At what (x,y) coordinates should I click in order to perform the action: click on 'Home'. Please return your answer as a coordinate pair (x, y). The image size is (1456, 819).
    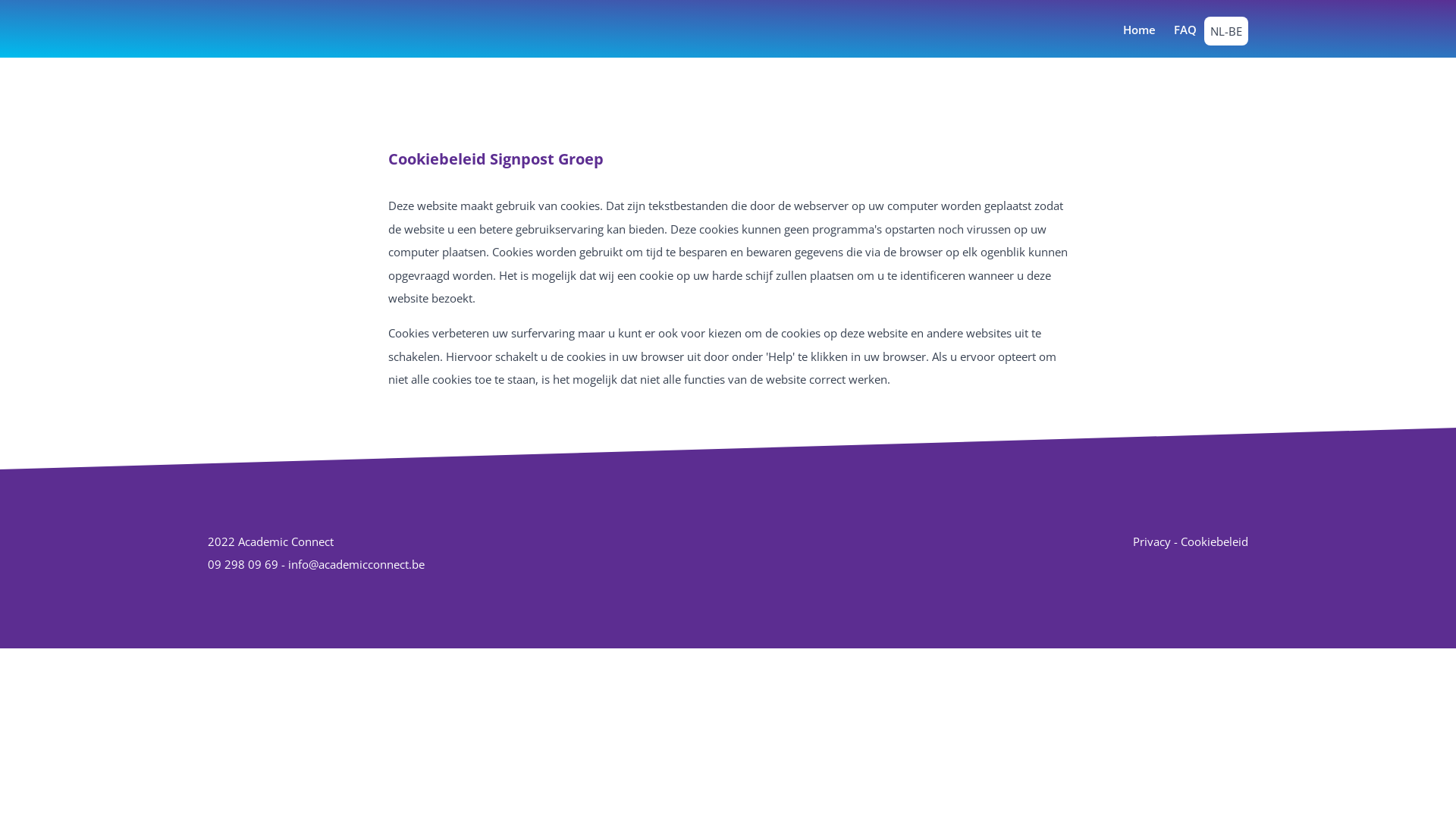
    Looking at the image, I should click on (1139, 30).